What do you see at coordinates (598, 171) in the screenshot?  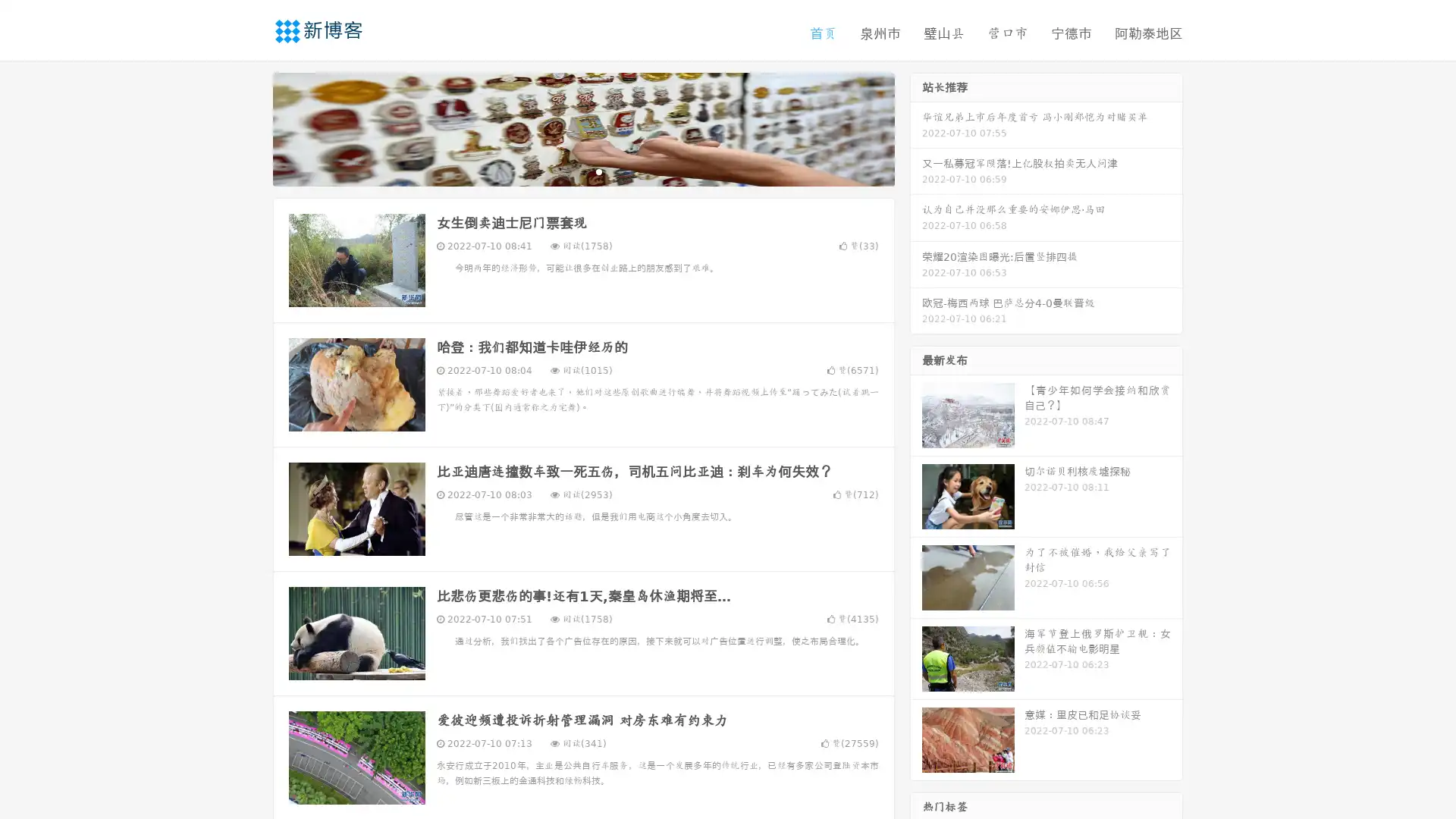 I see `Go to slide 3` at bounding box center [598, 171].